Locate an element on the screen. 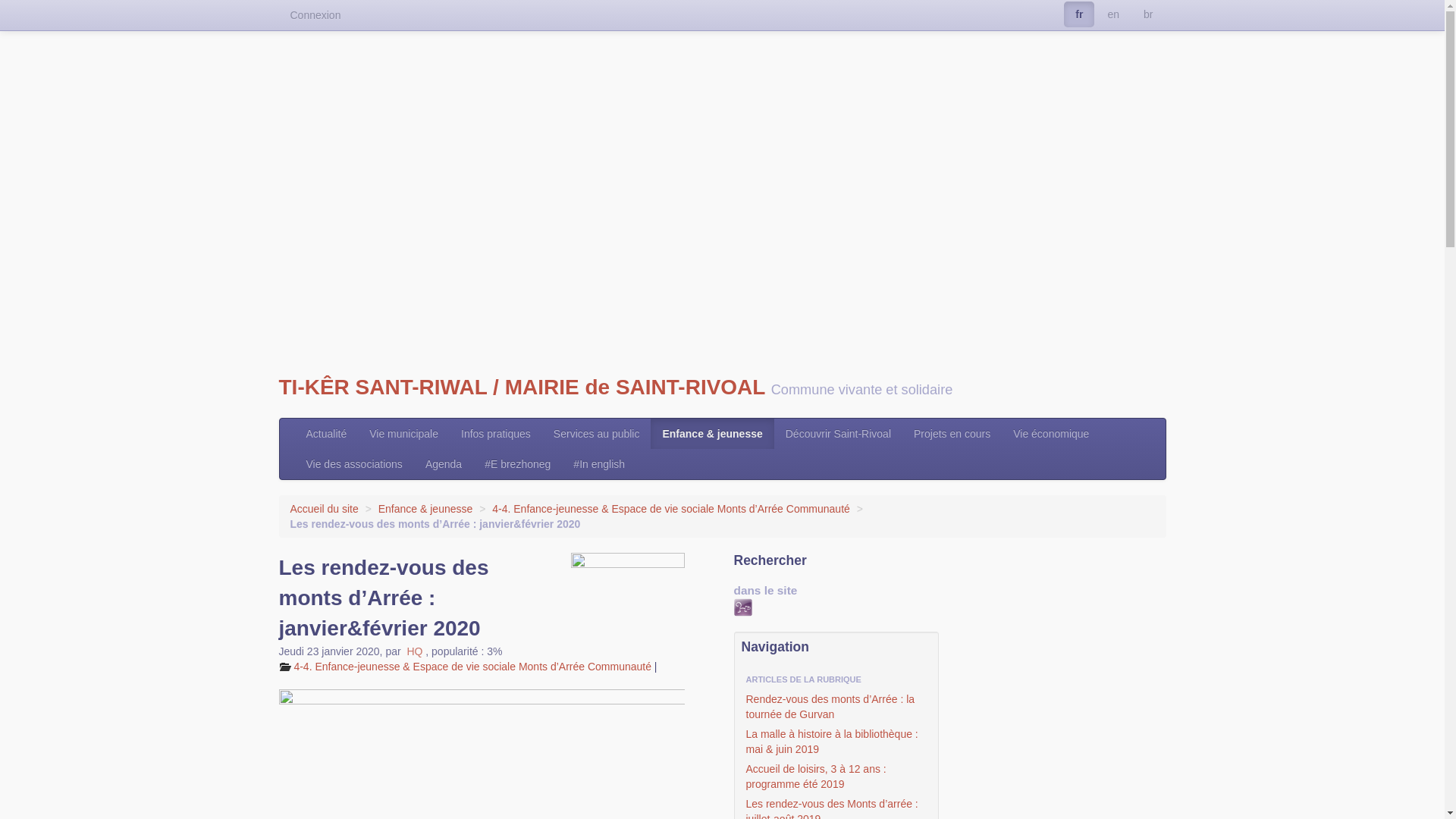 The width and height of the screenshot is (1456, 819). 'Enfance & jeunesse' is located at coordinates (425, 509).